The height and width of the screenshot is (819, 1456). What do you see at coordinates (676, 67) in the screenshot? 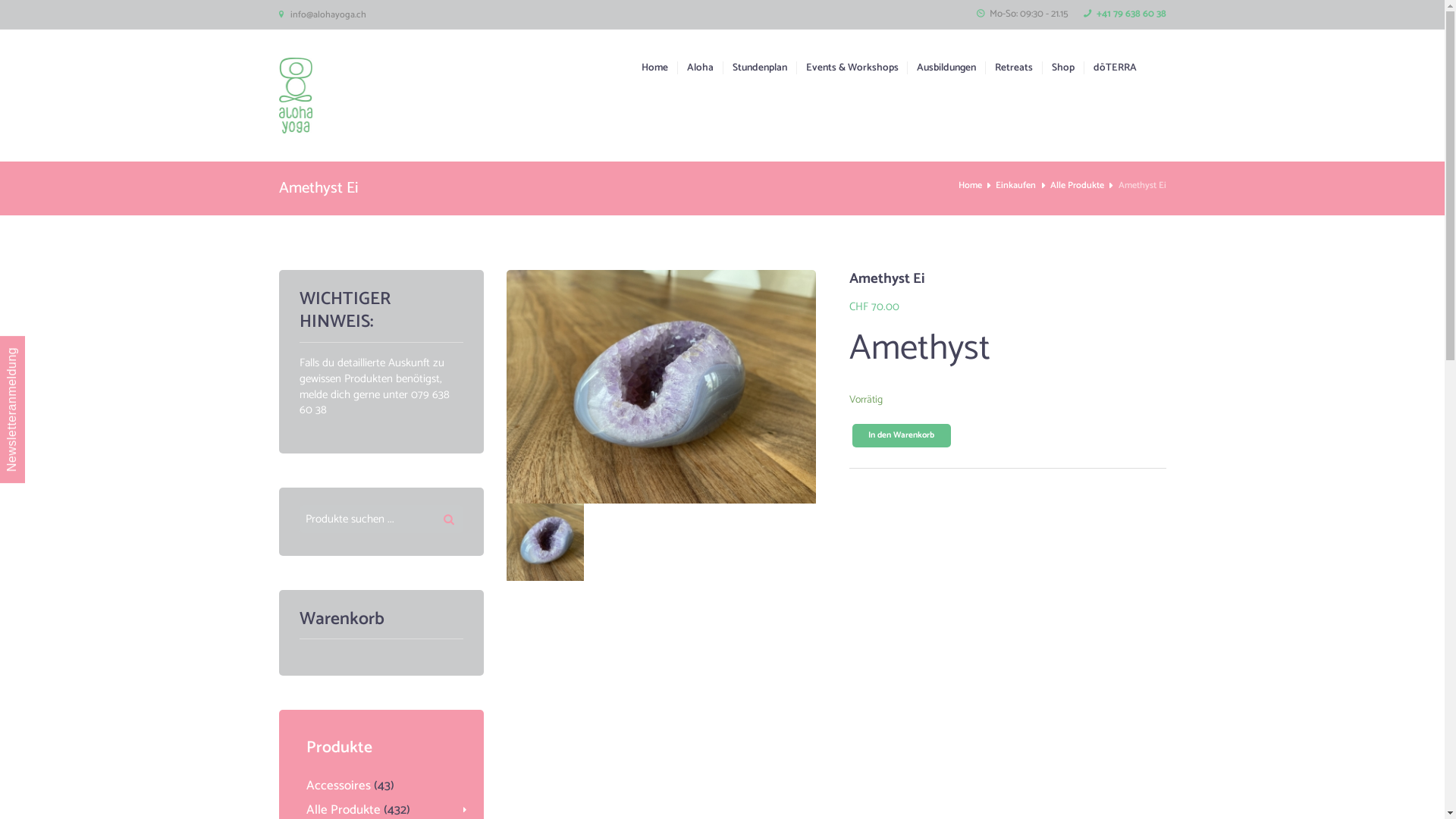
I see `'Aloha'` at bounding box center [676, 67].